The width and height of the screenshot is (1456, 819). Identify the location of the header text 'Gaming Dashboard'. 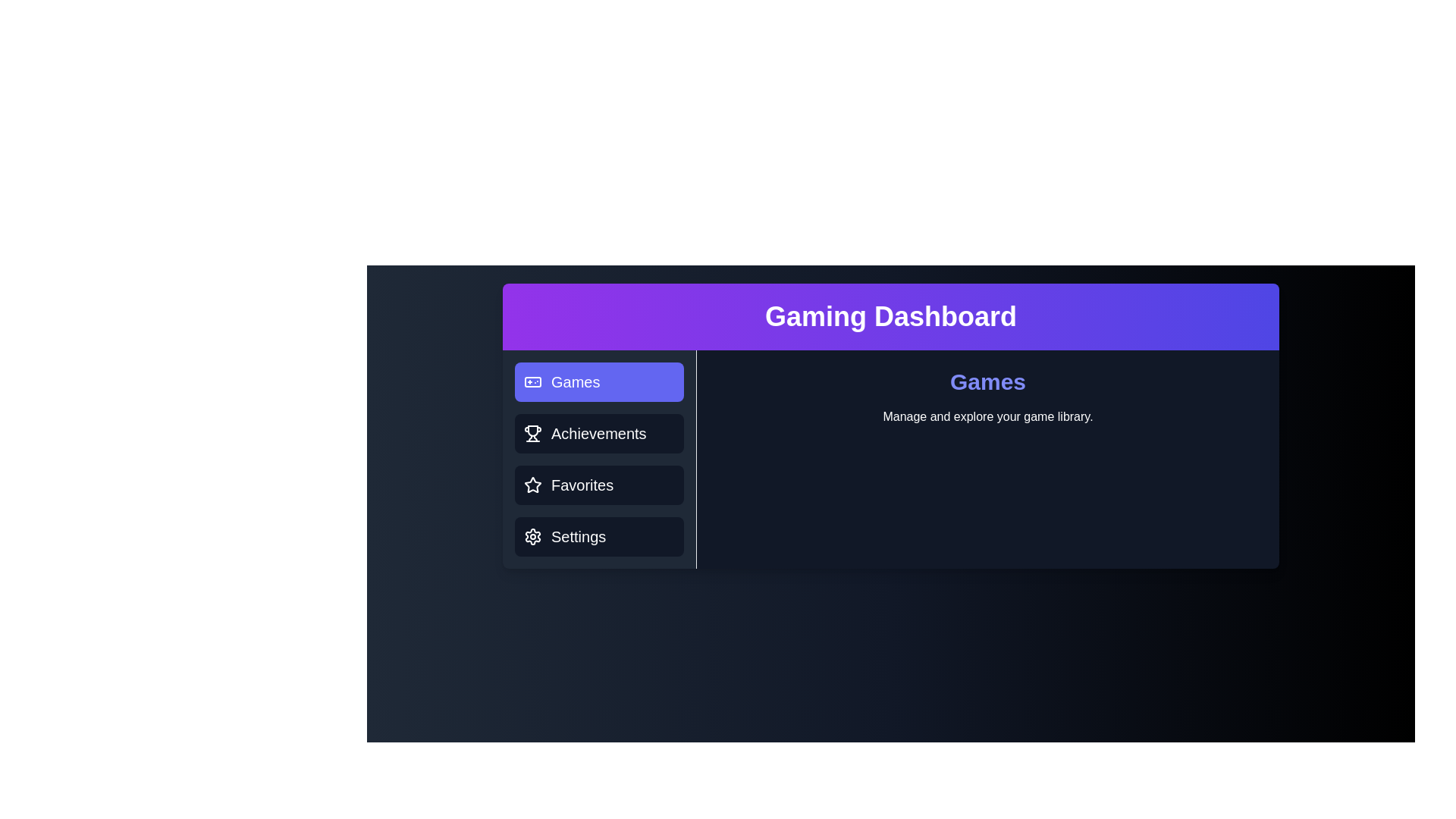
(891, 315).